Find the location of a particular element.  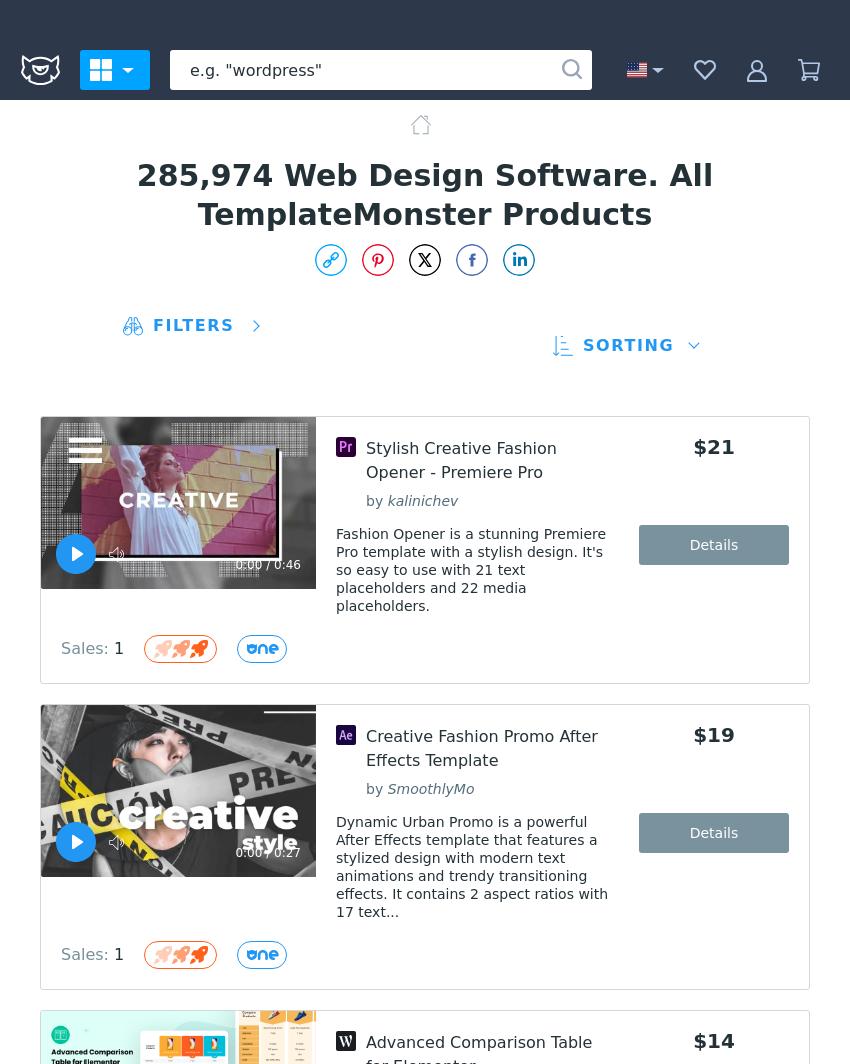

'$21' is located at coordinates (712, 446).